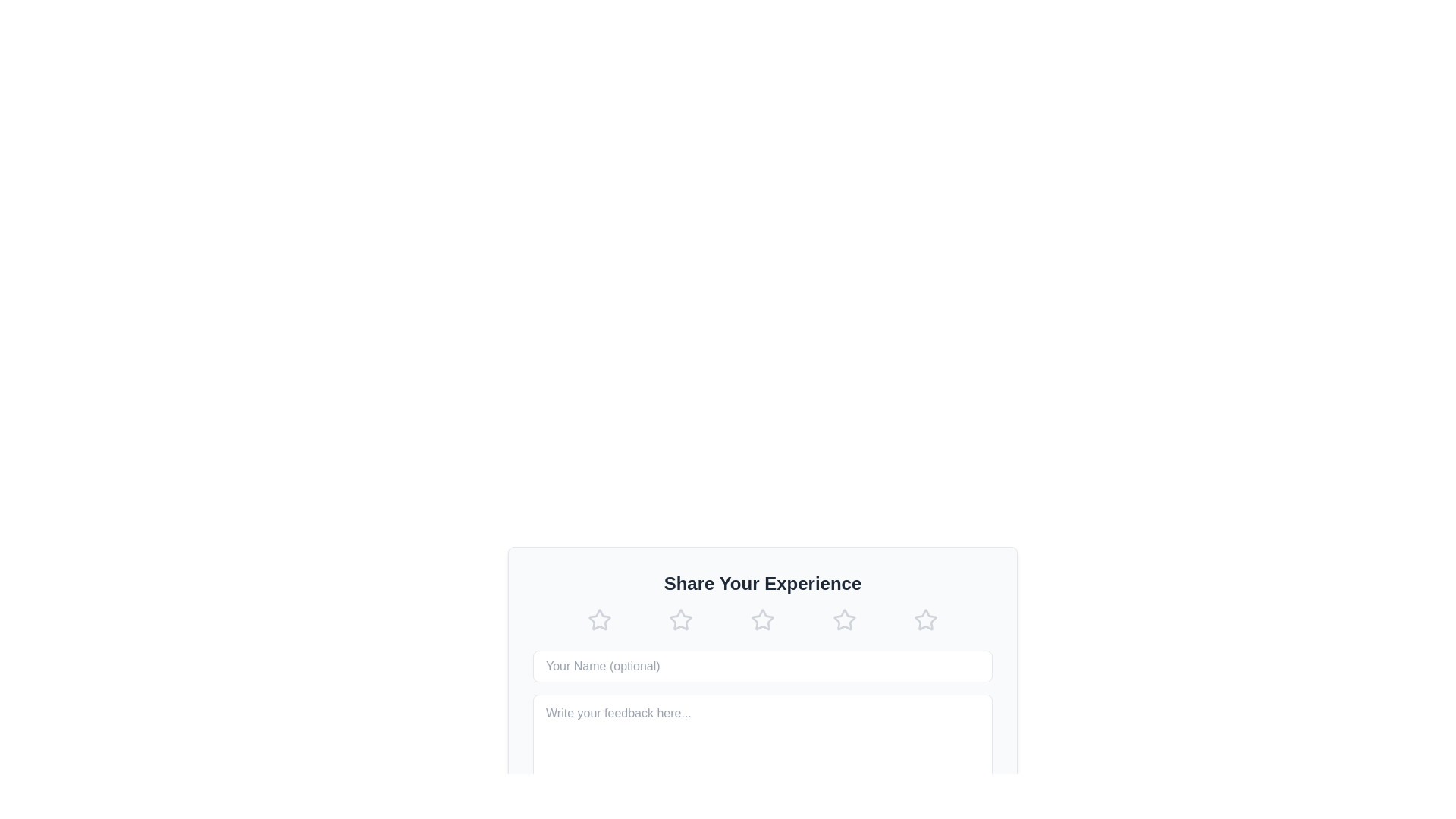  I want to click on the outlined gray star-shaped icon positioned below the 'Share Your Experience' heading, so click(598, 620).